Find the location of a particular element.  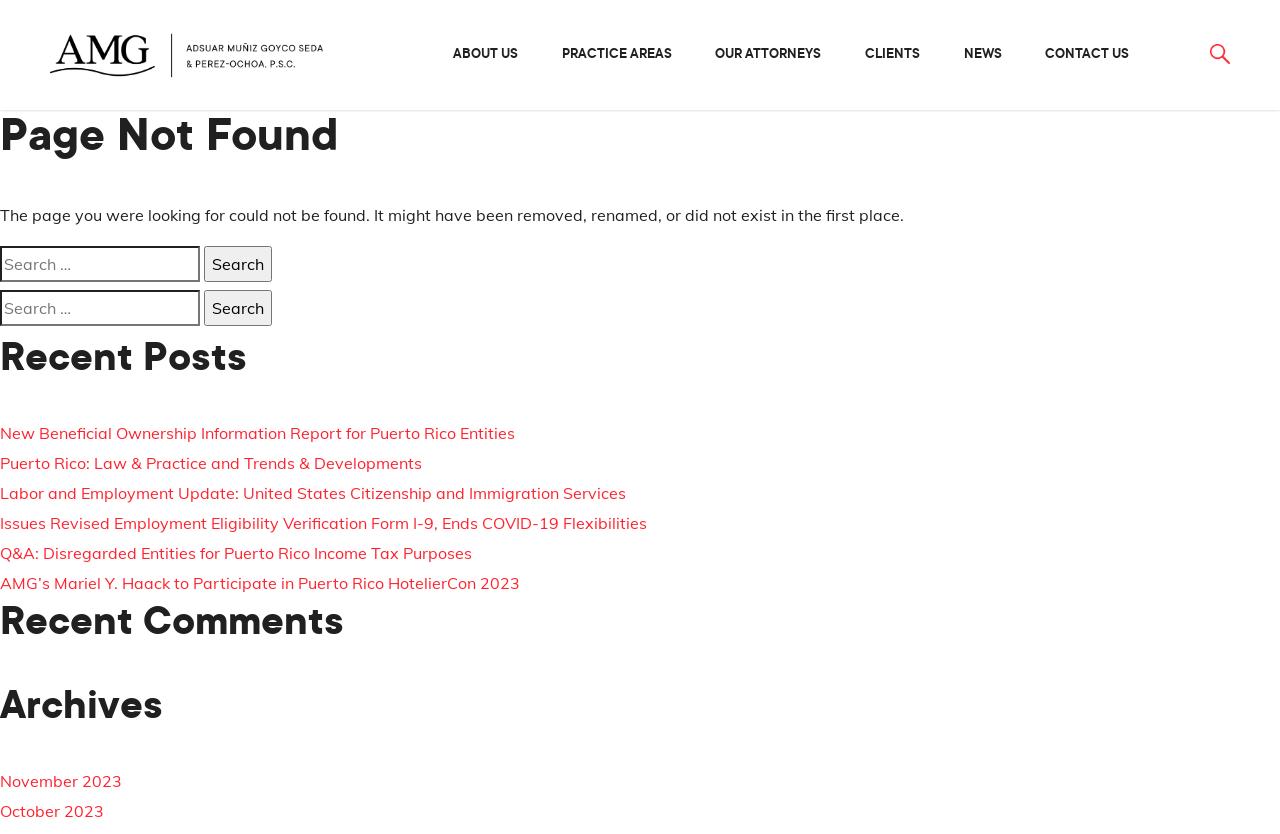

'Issues Revised Employment Eligibility Verification Form I-9, Ends COVID-19 Flexibilities' is located at coordinates (0, 522).